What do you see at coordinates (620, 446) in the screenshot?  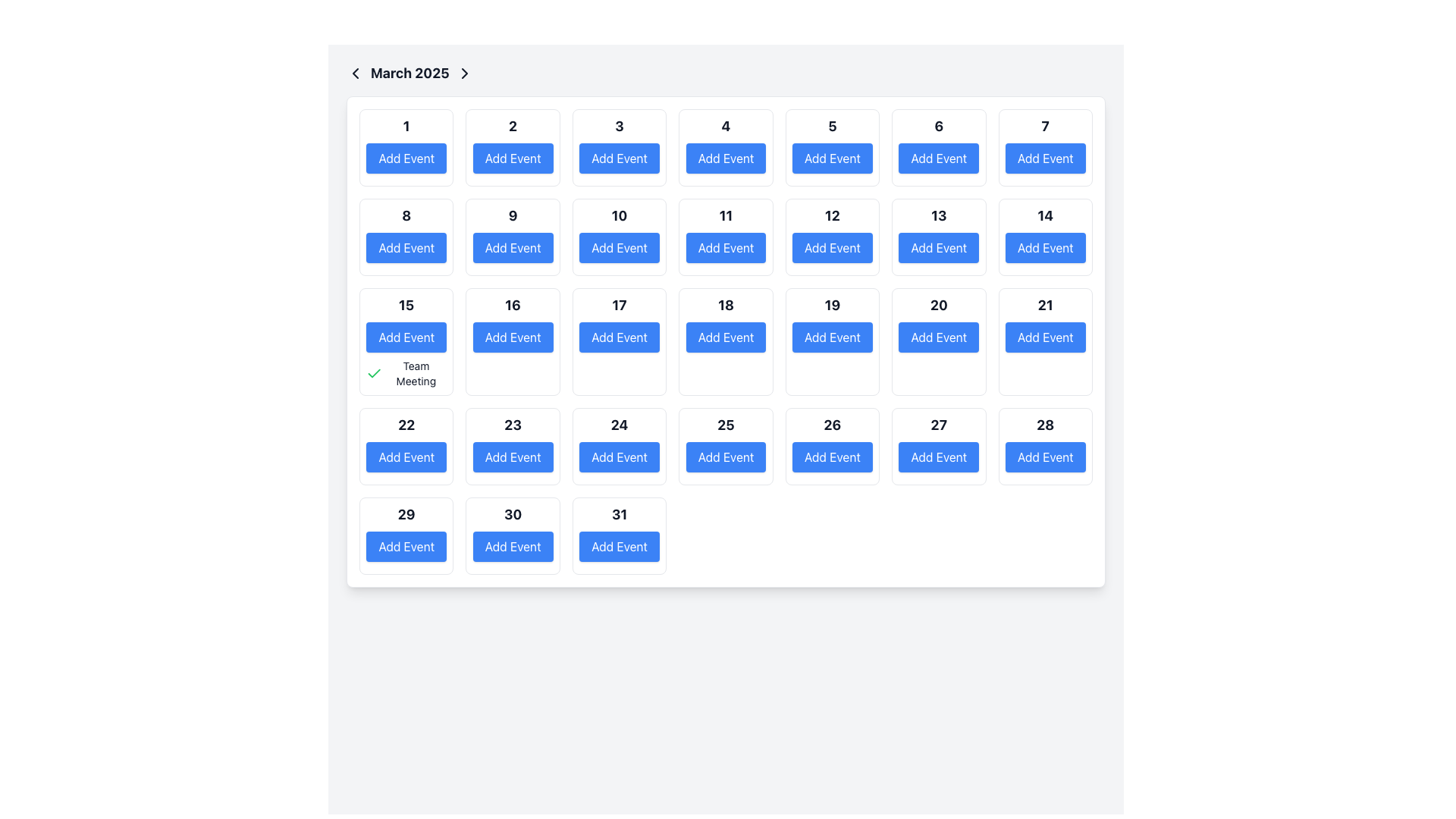 I see `the 'Add Event' button located in the Calendar day cell for March 24th, which is in the fourth row and fourth column of the calendar grid` at bounding box center [620, 446].